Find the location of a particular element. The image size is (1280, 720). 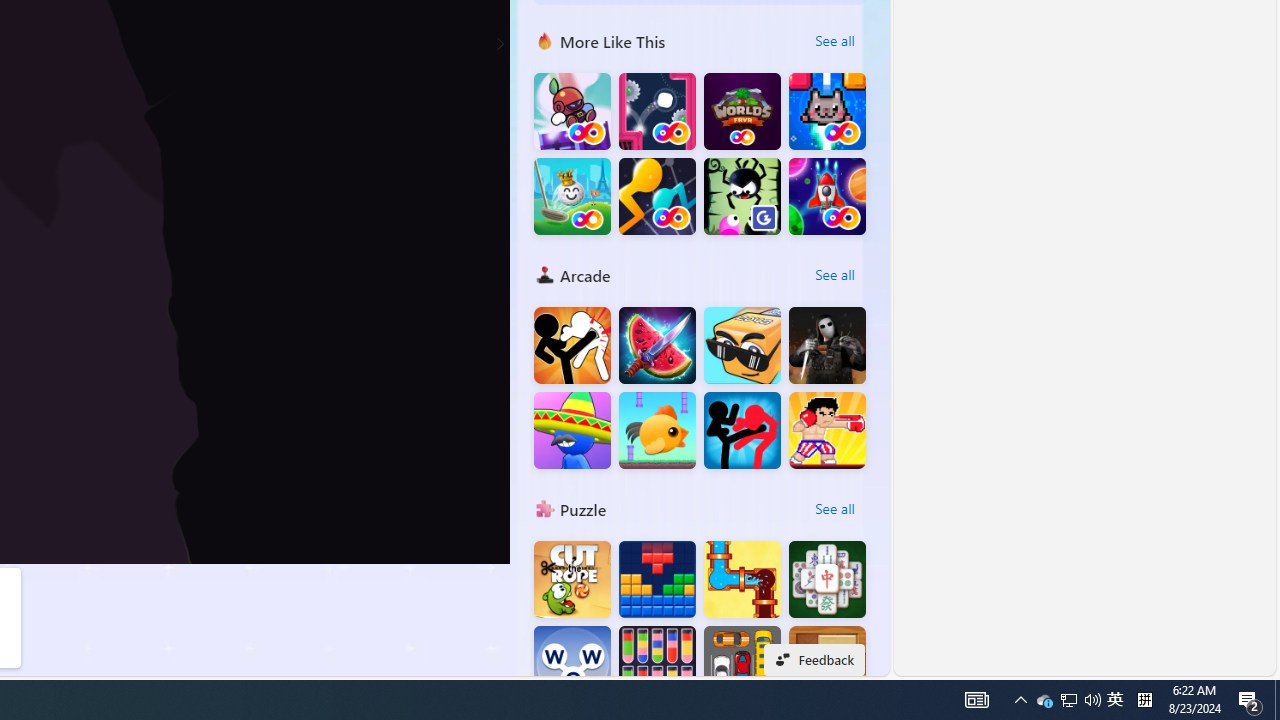

'Plumber World' is located at coordinates (741, 579).